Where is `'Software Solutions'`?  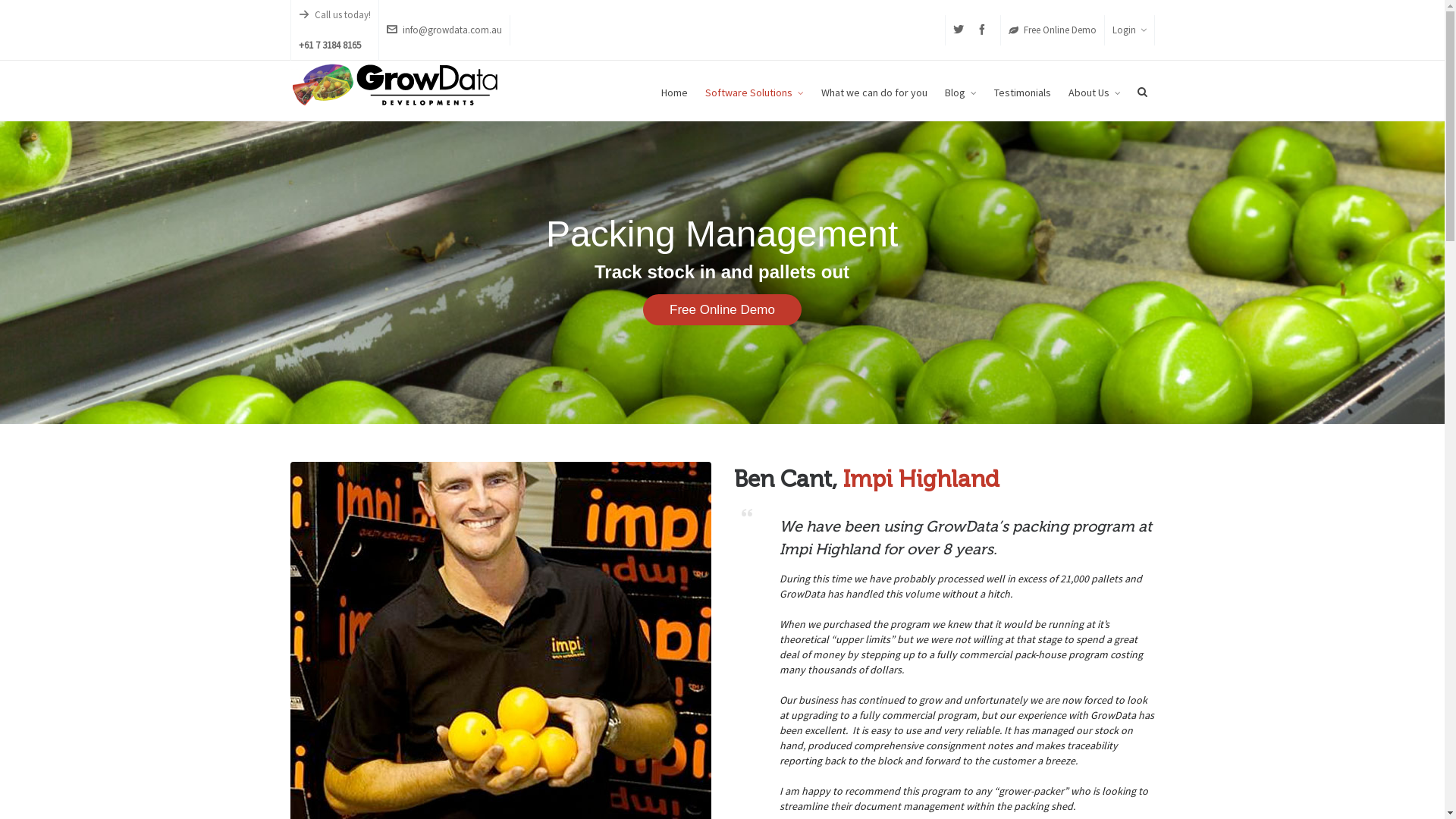
'Software Solutions' is located at coordinates (753, 90).